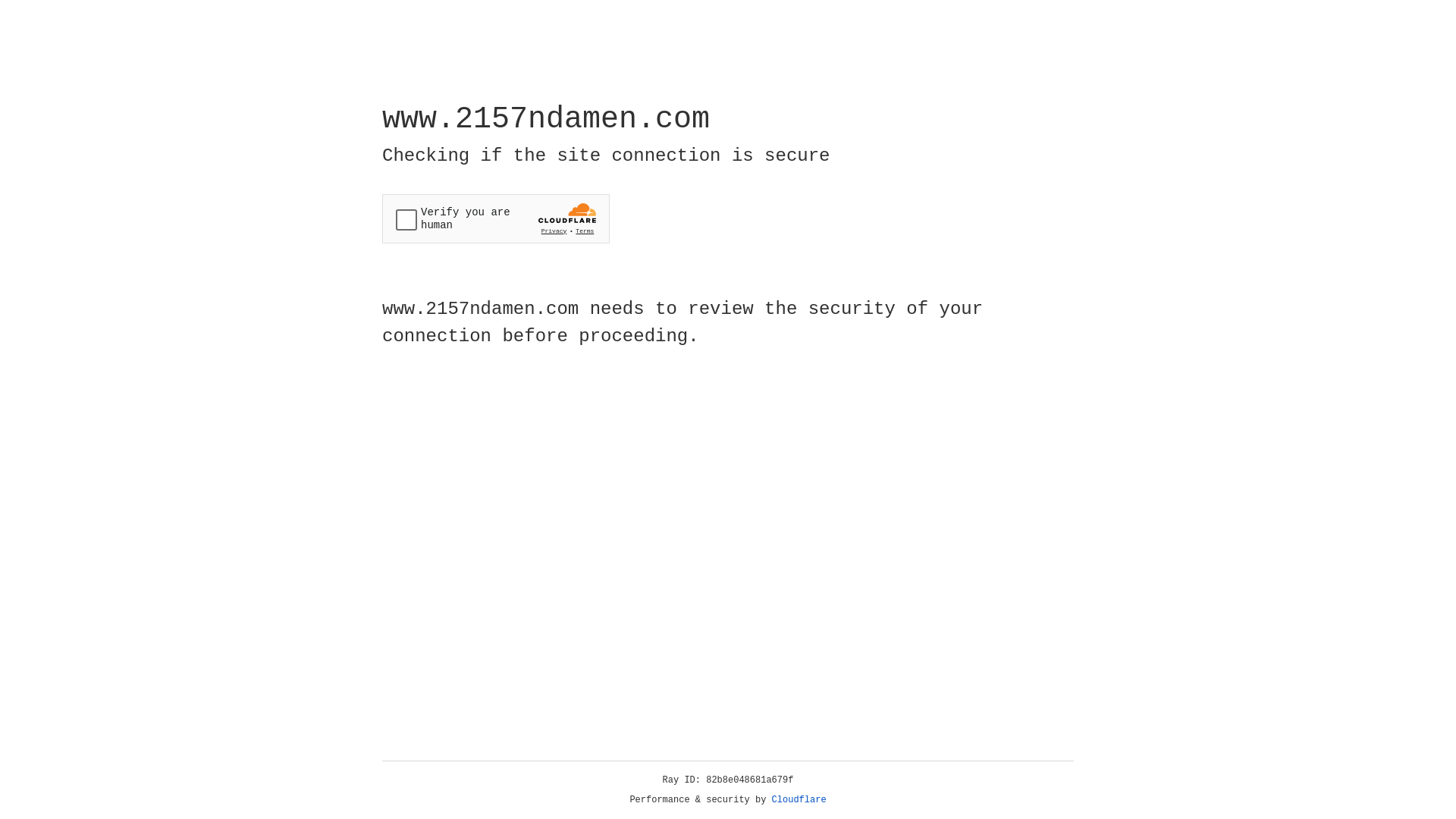  Describe the element at coordinates (799, 799) in the screenshot. I see `'Cloudflare'` at that location.